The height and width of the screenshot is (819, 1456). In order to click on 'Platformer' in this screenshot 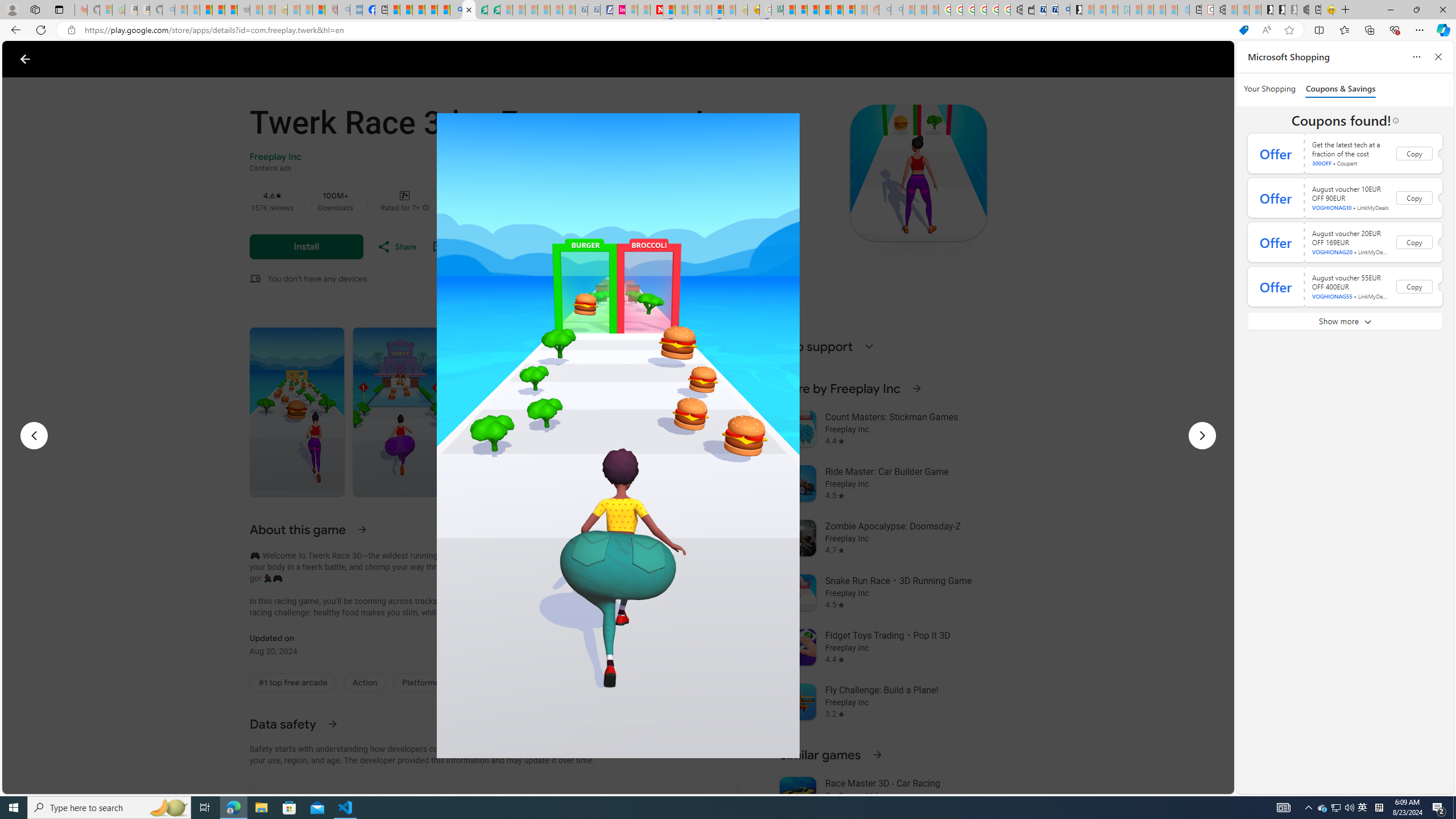, I will do `click(422, 682)`.